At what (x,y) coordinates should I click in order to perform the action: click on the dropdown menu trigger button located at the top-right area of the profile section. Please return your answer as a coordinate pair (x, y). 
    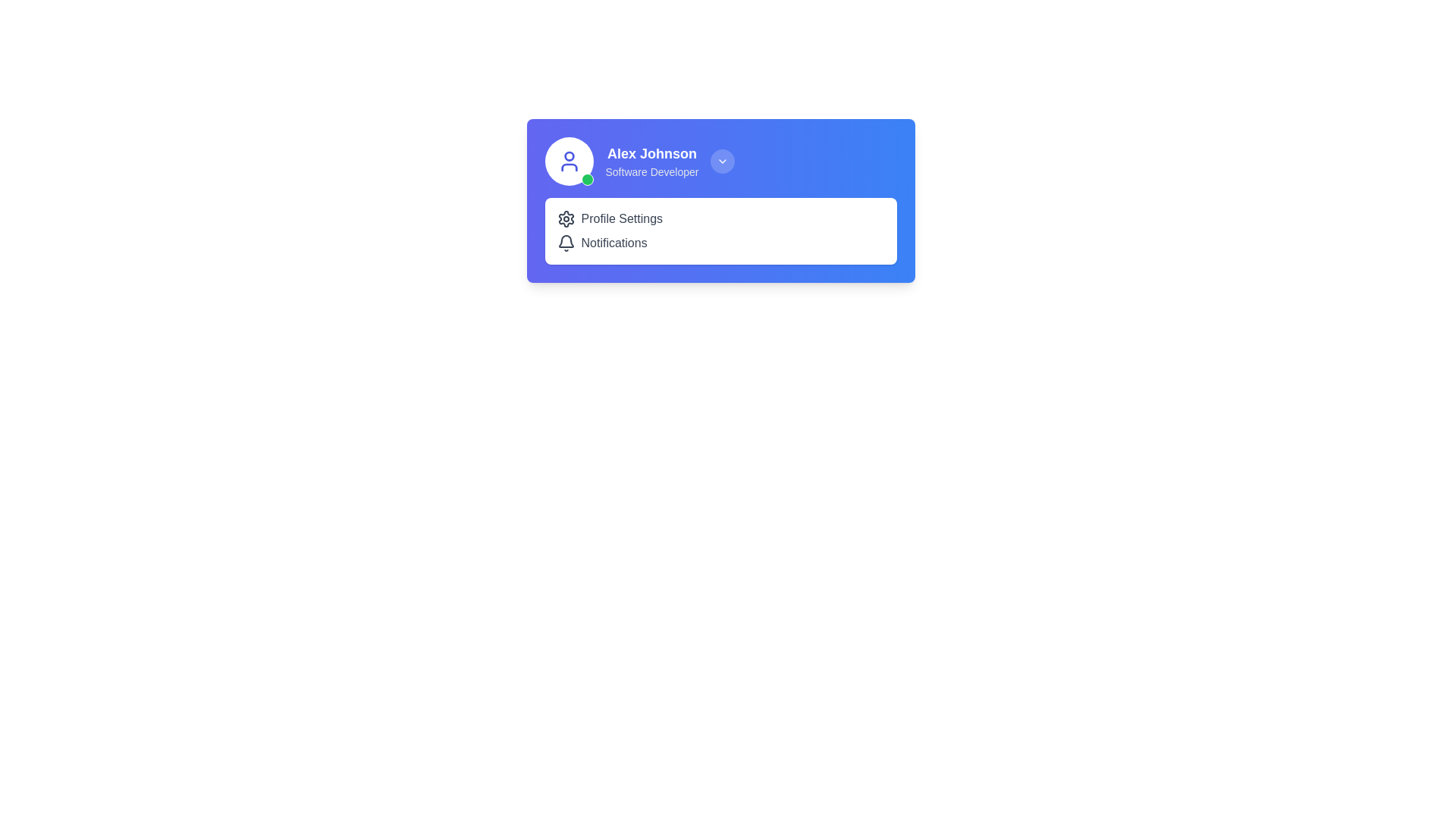
    Looking at the image, I should click on (722, 161).